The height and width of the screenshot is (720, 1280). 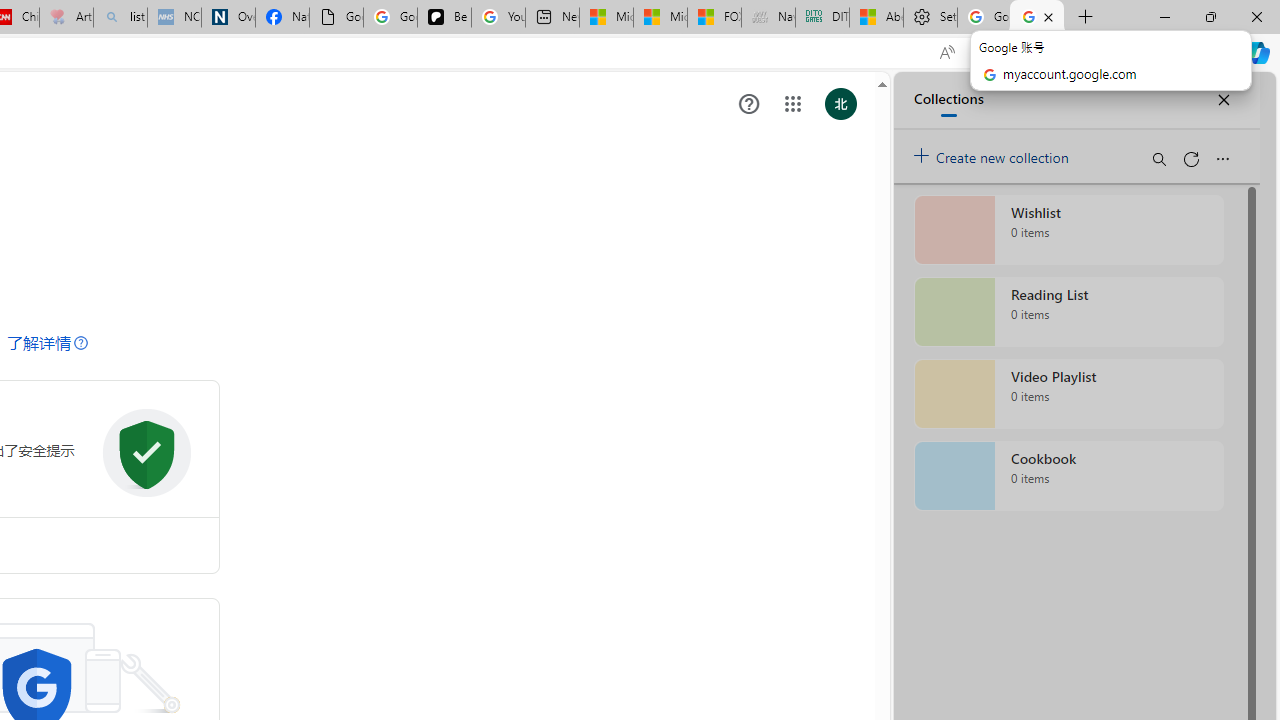 I want to click on 'Be Smart | creating Science videos | Patreon', so click(x=443, y=17).